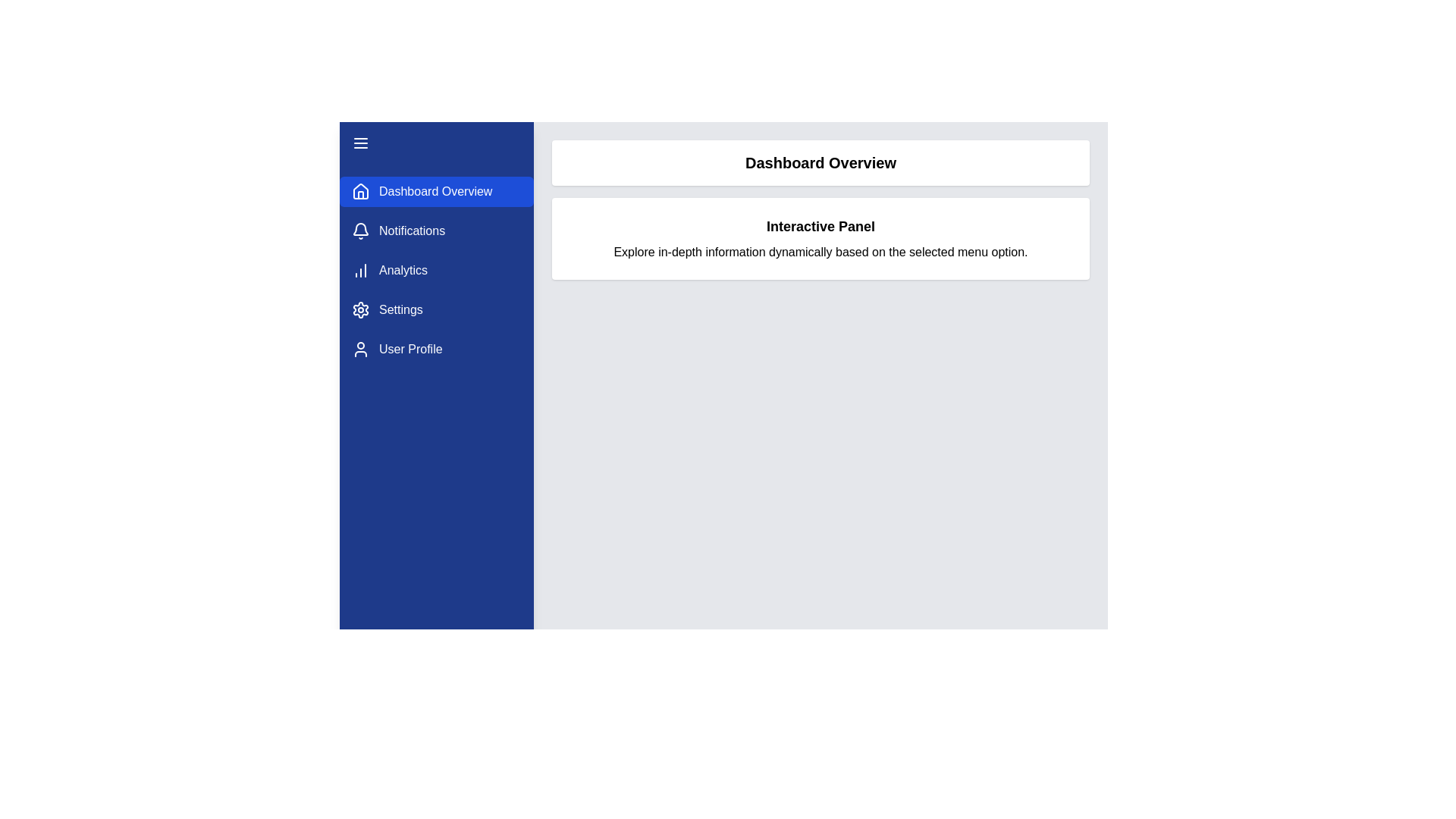 This screenshot has width=1456, height=819. Describe the element at coordinates (359, 350) in the screenshot. I see `the 'User Profile' icon located on the sidebar navigation menu, which is positioned to the left of the text 'User Profile'` at that location.